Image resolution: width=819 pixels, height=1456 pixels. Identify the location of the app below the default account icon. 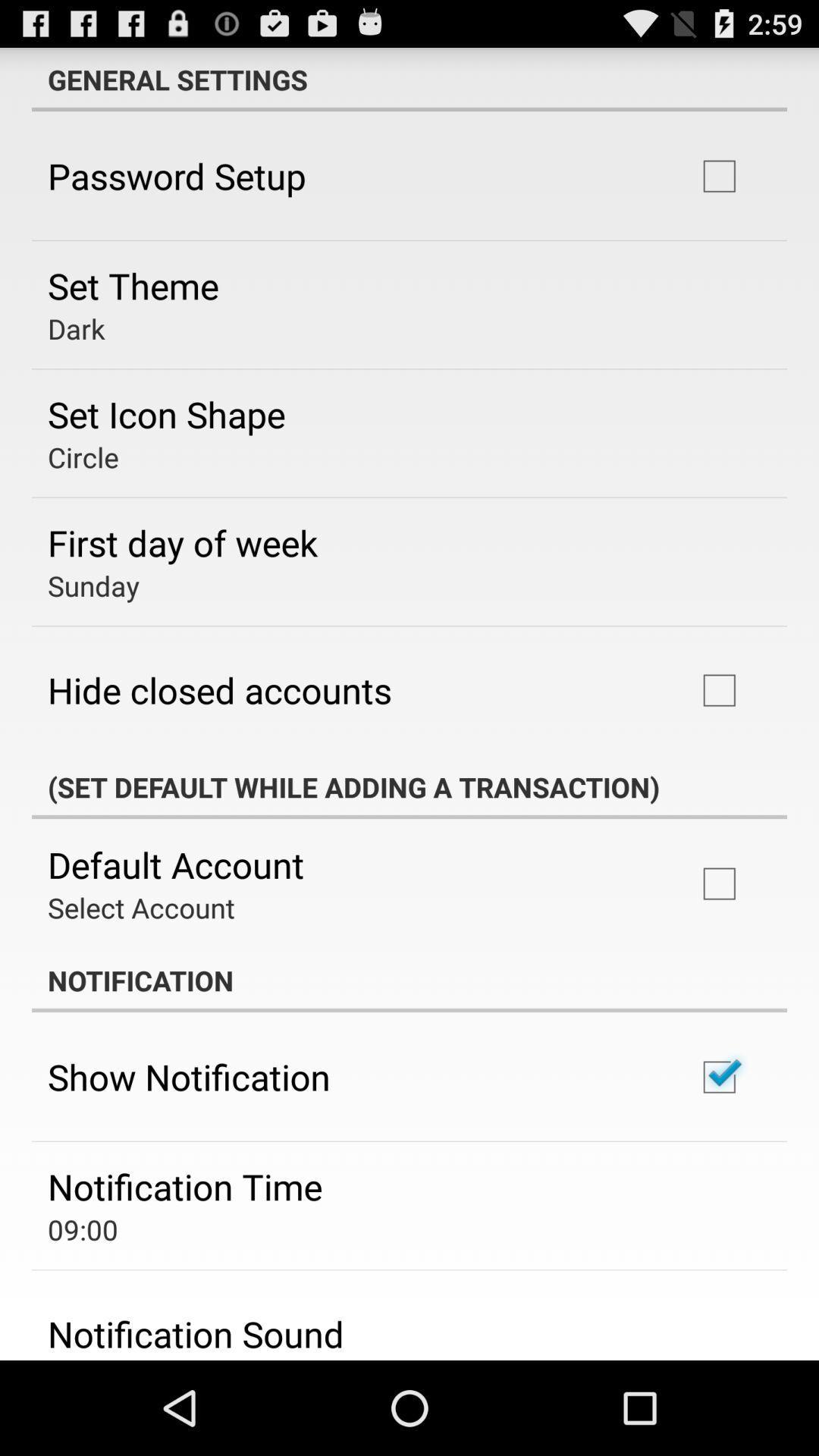
(141, 907).